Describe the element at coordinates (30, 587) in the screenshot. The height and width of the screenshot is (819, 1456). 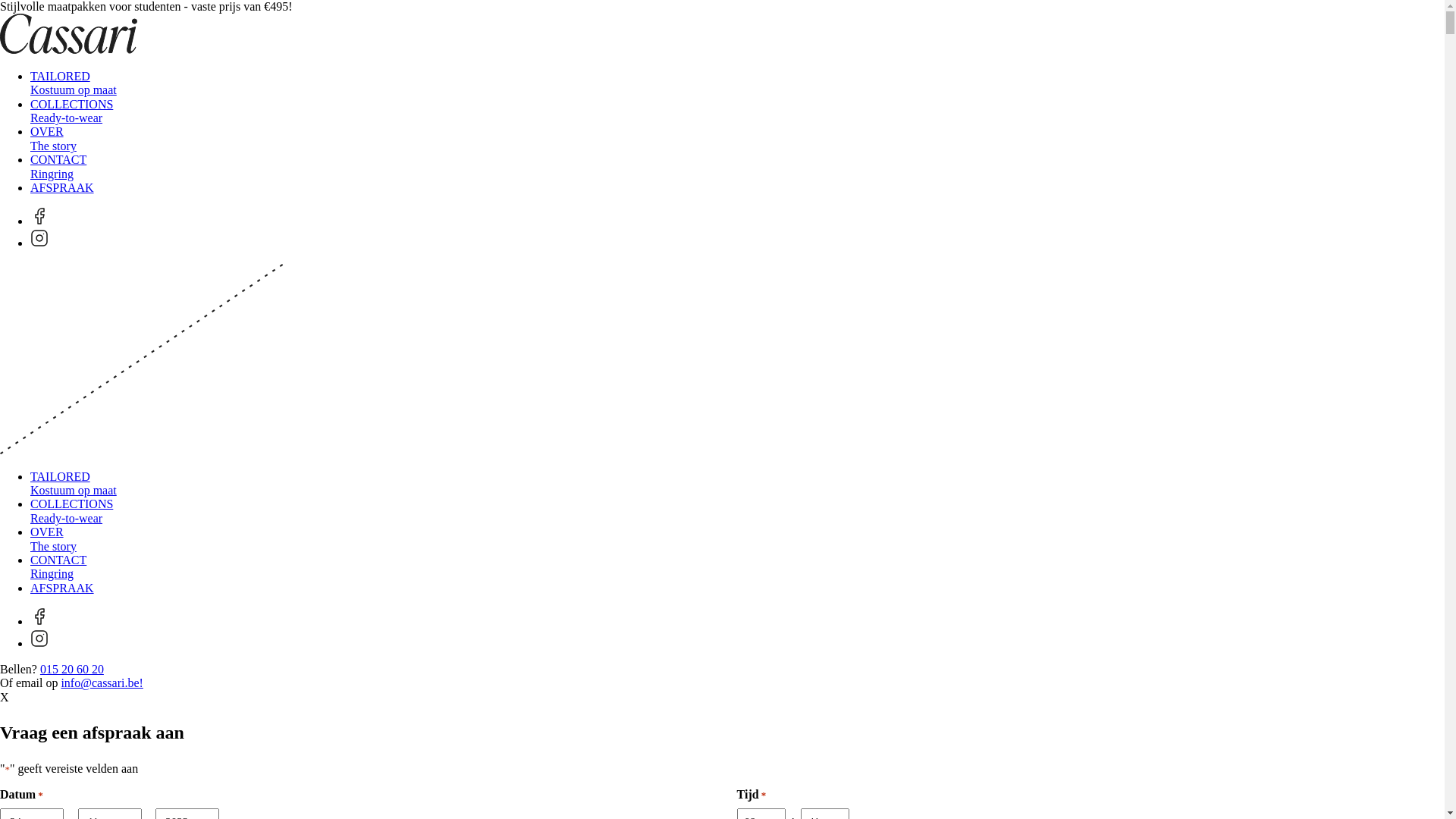
I see `'AFSPRAAK'` at that location.